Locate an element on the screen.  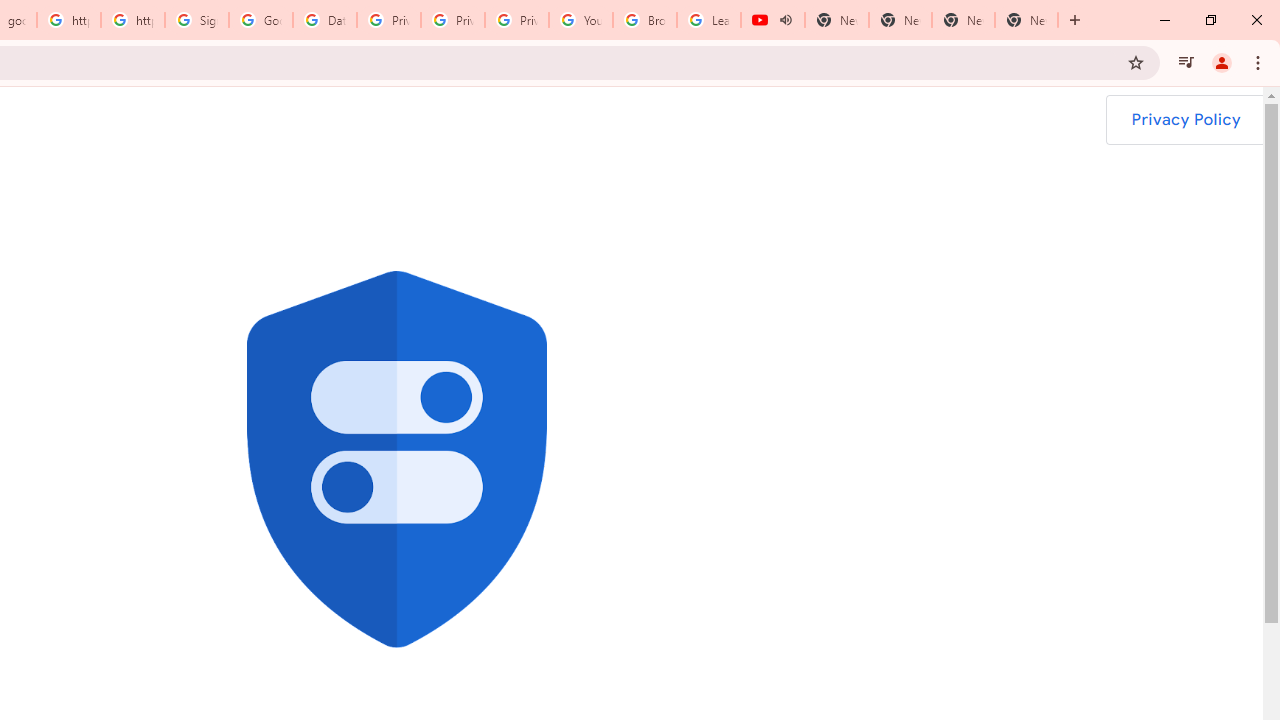
'Privacy Policy' is located at coordinates (1185, 119).